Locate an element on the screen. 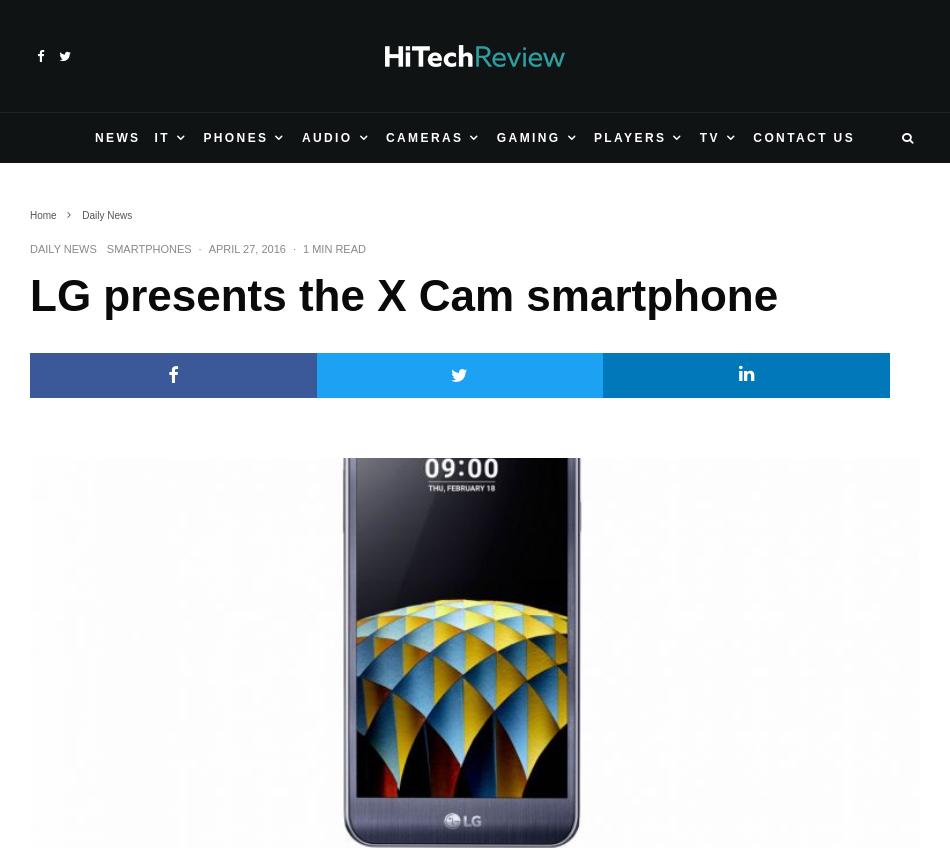  'Samsung works on quantum dot TVs, postpones OLED' is located at coordinates (790, 434).